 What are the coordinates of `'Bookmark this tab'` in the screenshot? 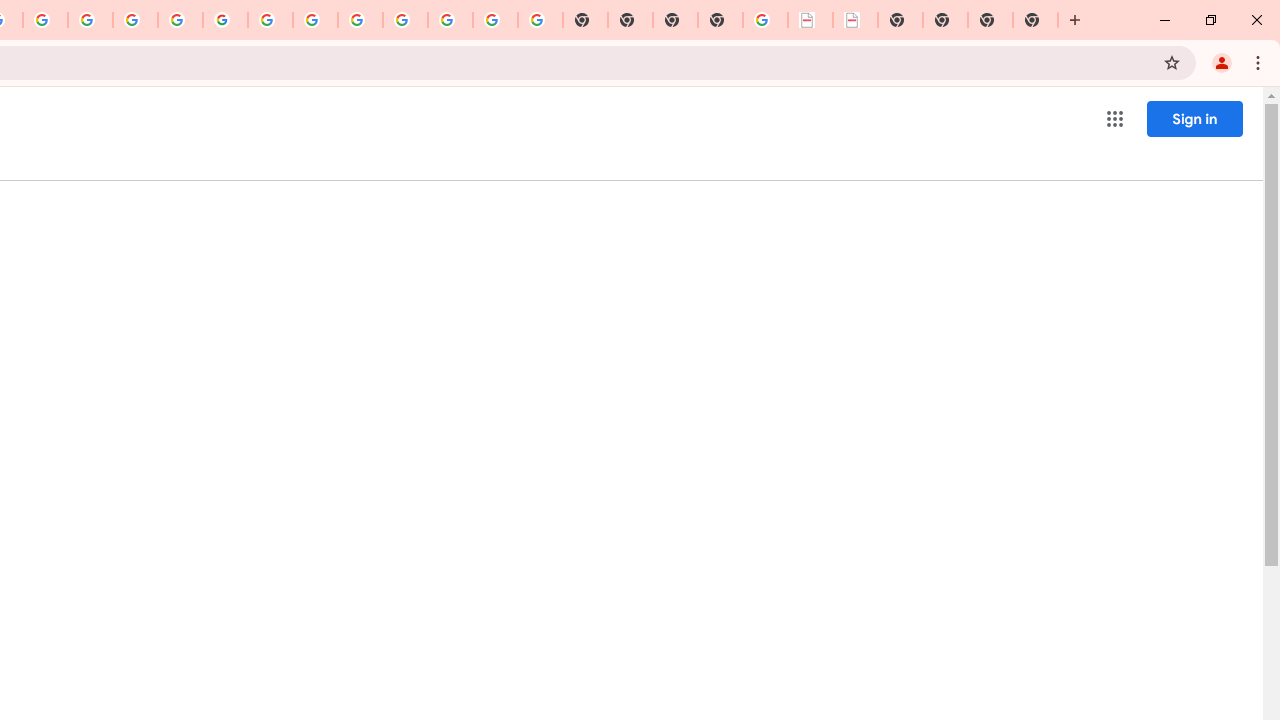 It's located at (1171, 61).